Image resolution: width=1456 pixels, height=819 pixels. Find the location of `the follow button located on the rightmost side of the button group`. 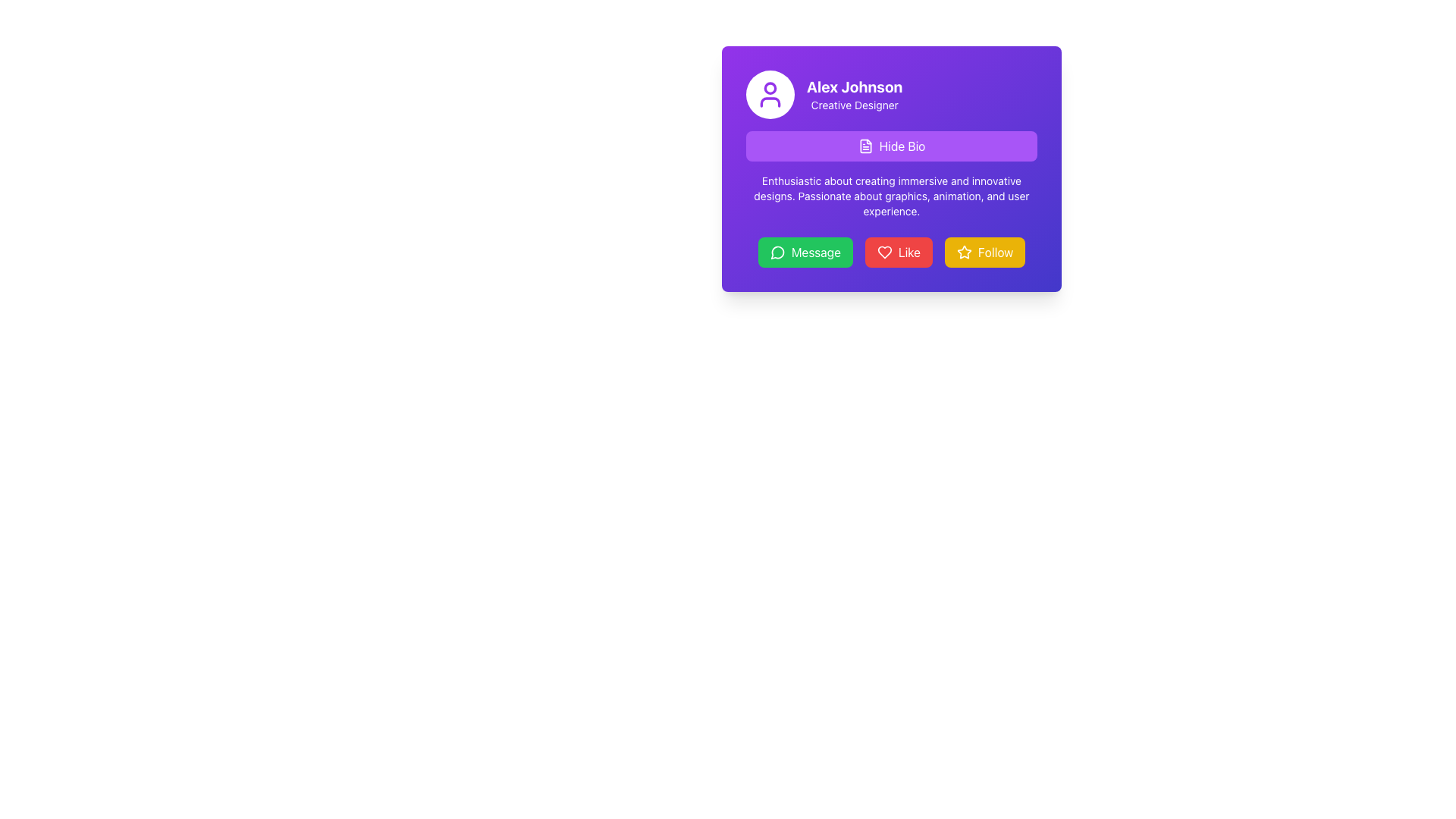

the follow button located on the rightmost side of the button group is located at coordinates (985, 251).